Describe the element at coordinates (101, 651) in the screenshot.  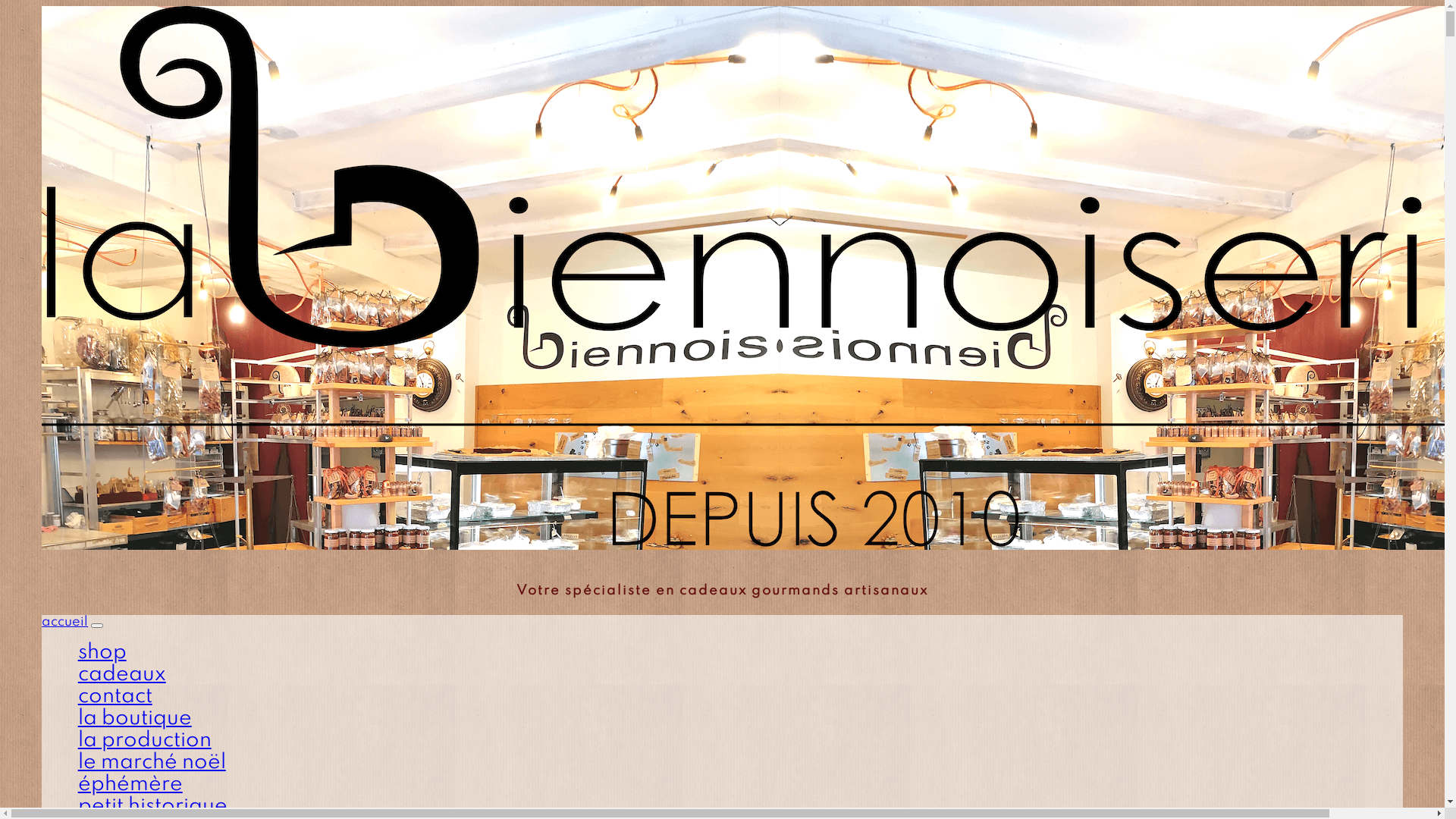
I see `'shop'` at that location.